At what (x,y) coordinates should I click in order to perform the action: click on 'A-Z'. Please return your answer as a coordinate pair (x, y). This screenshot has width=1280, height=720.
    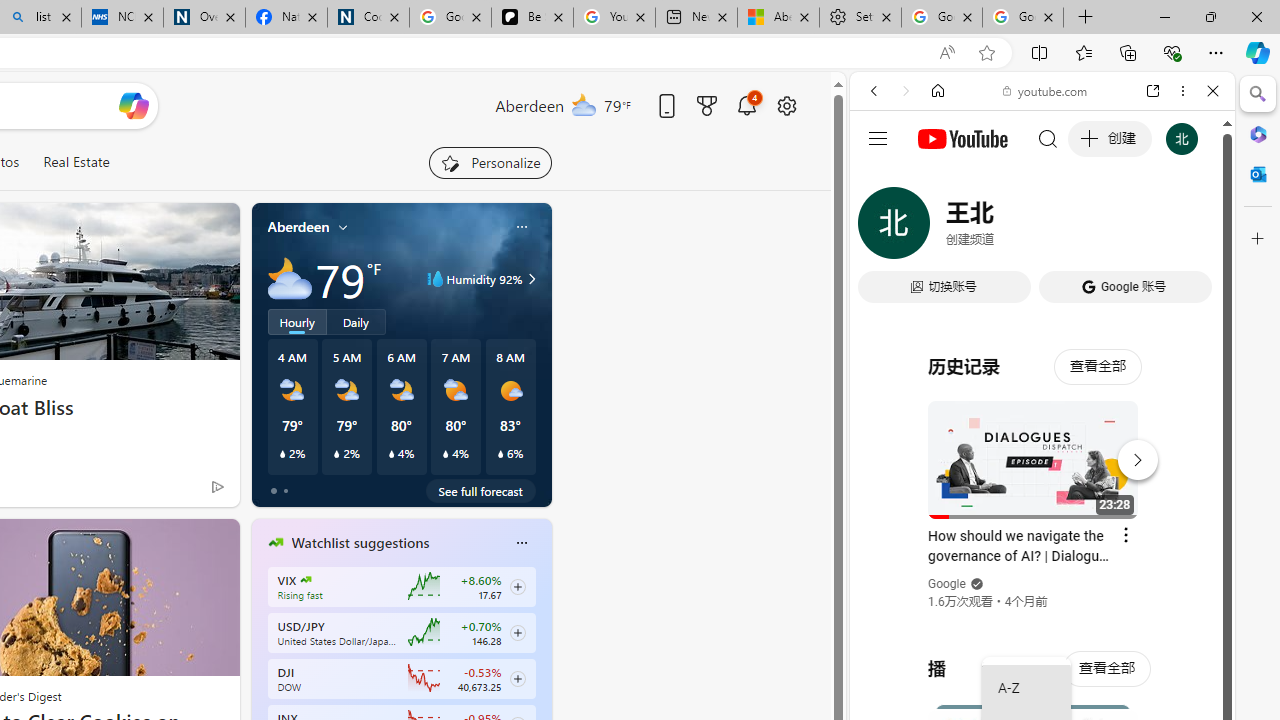
    Looking at the image, I should click on (1026, 688).